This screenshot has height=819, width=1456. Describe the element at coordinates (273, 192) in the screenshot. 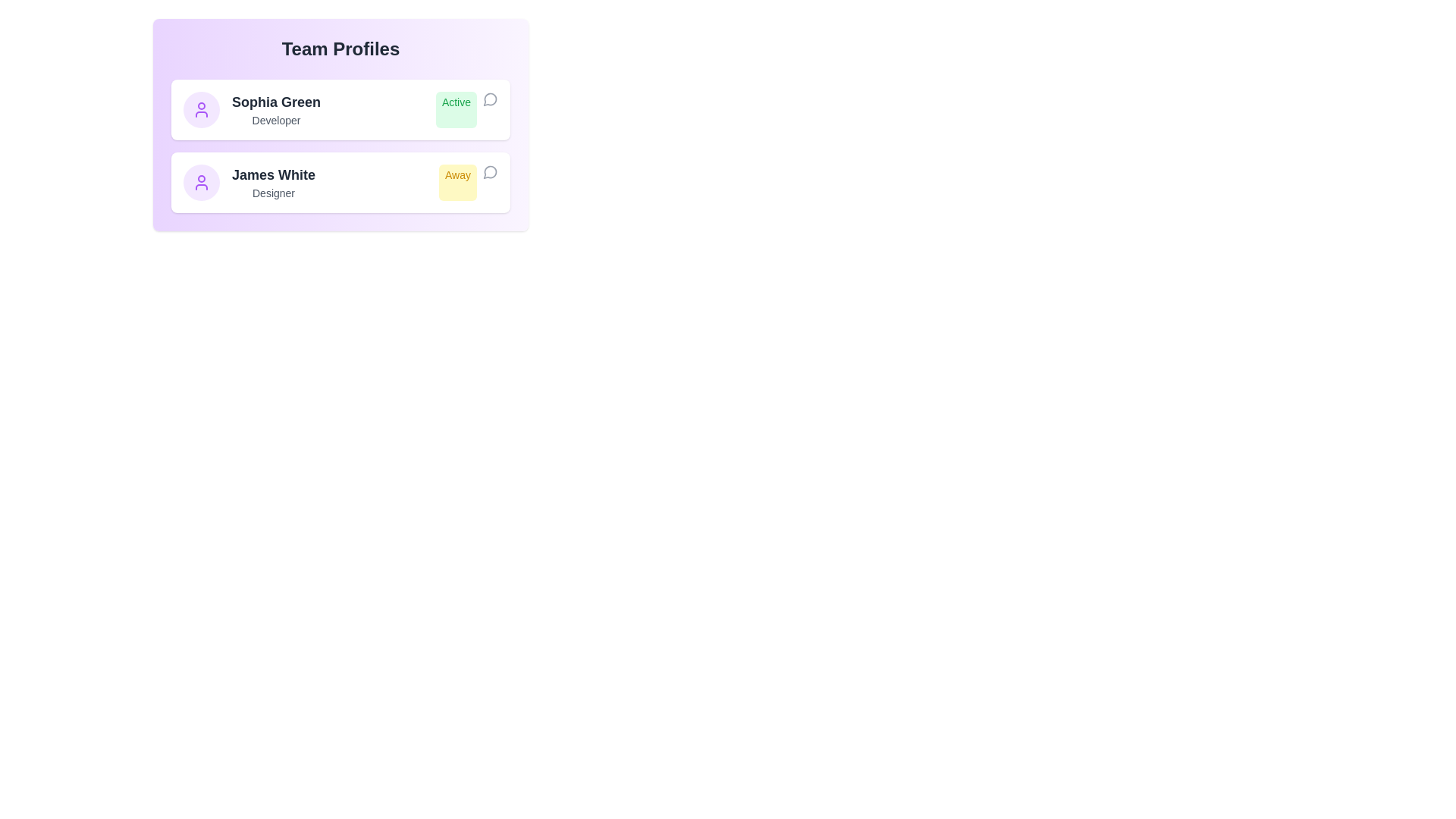

I see `the 'Designer' text label located below the name 'James White' in the profile card for additional context` at that location.